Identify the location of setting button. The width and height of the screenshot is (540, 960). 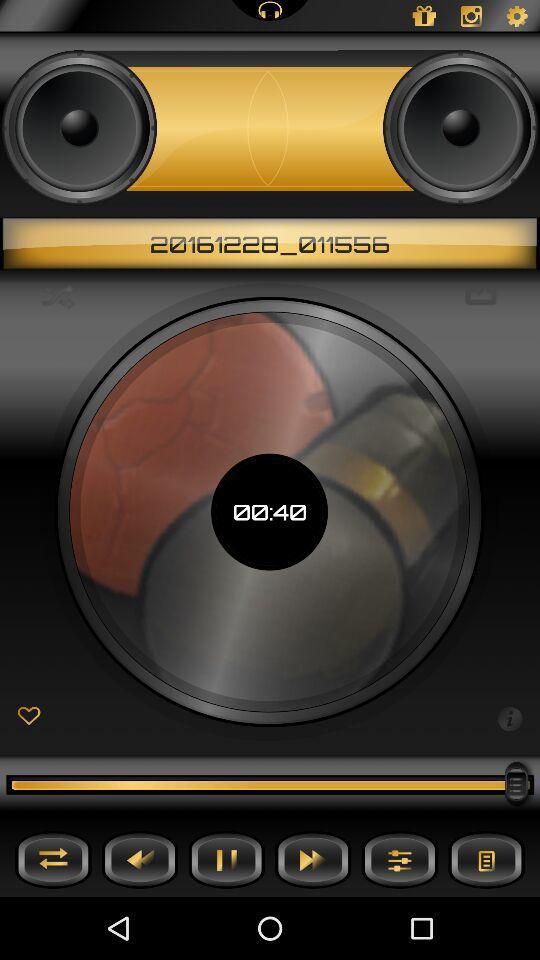
(399, 858).